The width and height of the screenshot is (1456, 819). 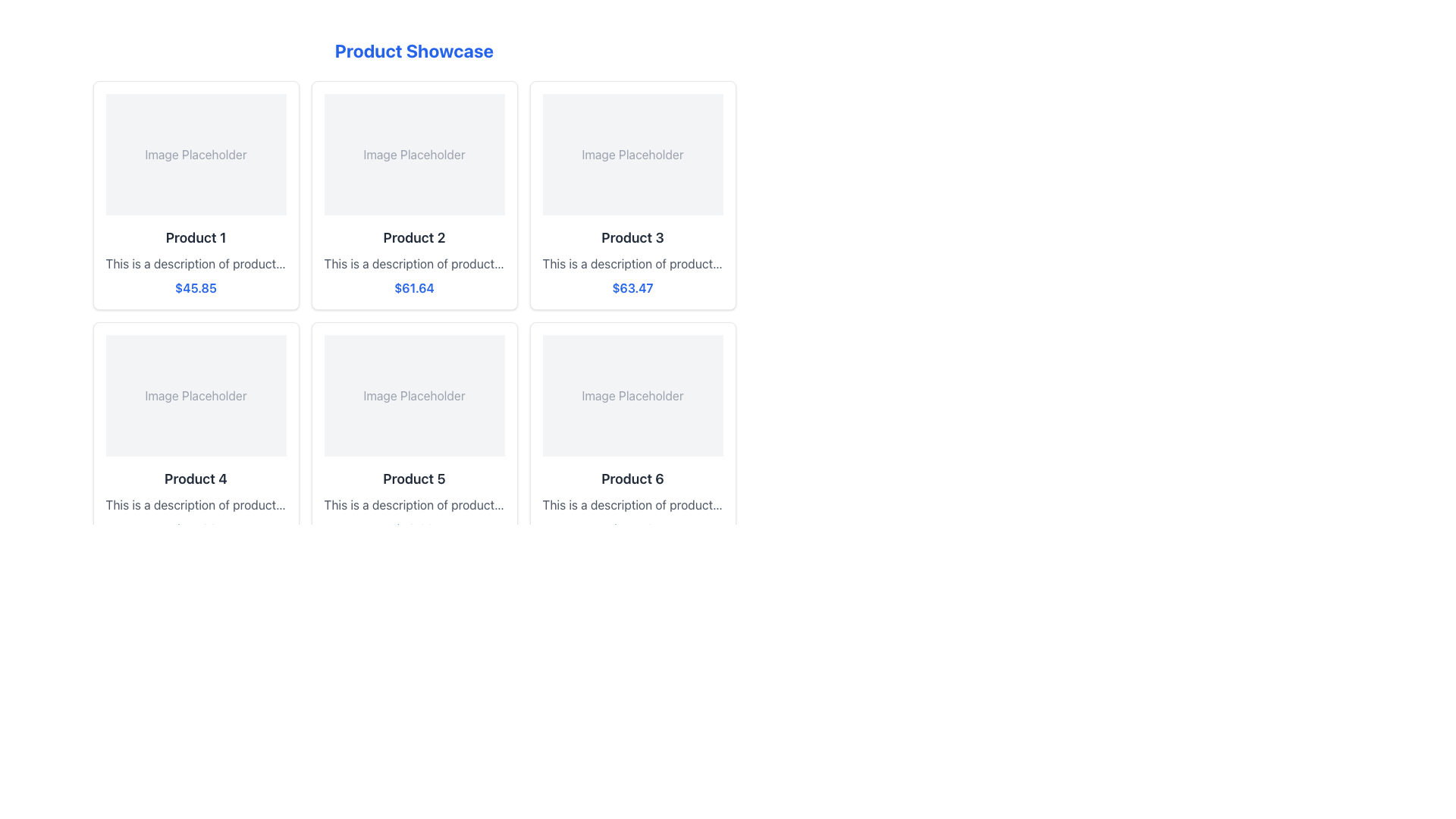 I want to click on the gray rectangular placeholder labeled 'Image Placeholder' at the top of the card for 'Product 3', so click(x=632, y=155).